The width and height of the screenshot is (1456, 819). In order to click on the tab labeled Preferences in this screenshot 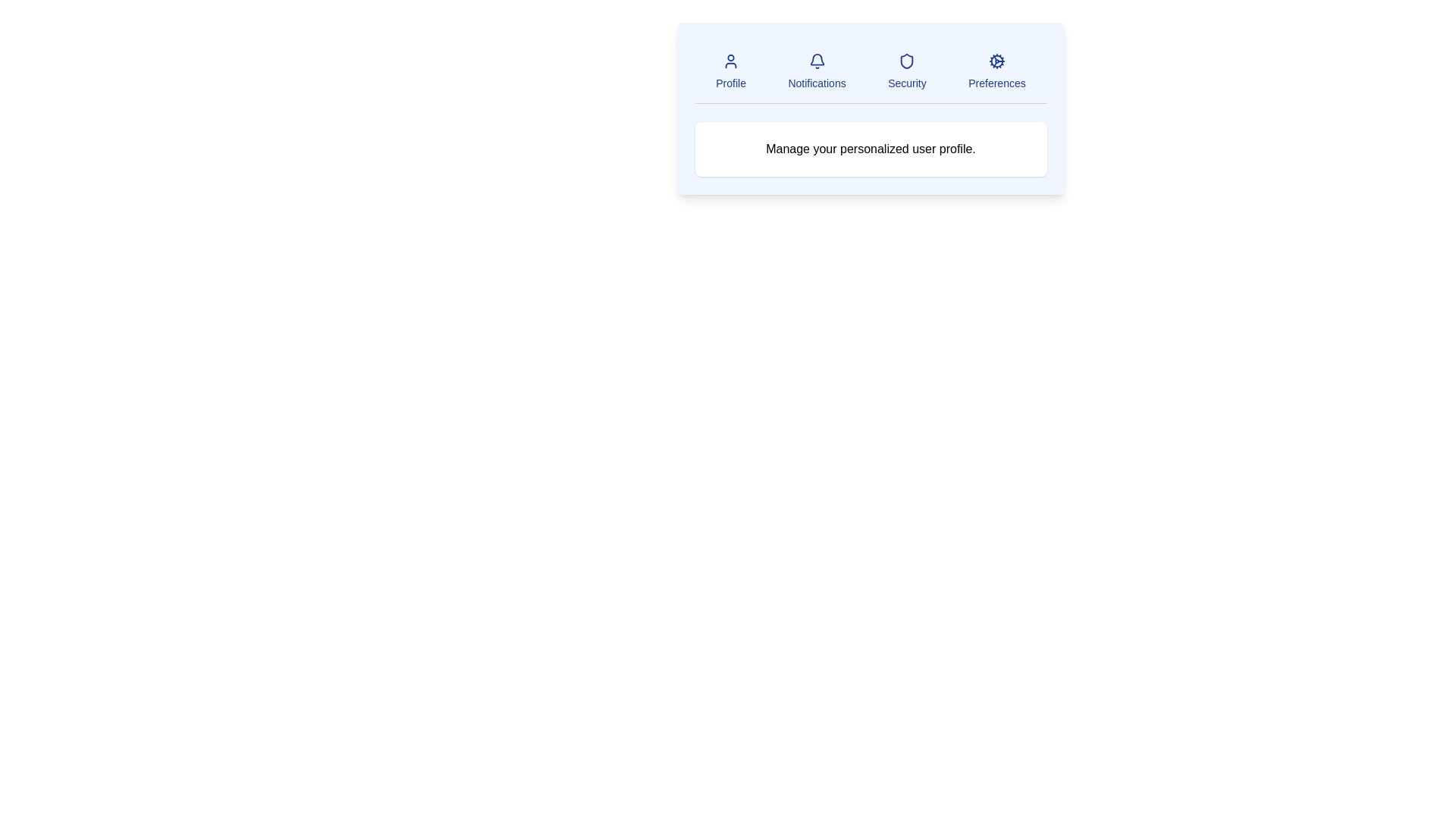, I will do `click(997, 72)`.